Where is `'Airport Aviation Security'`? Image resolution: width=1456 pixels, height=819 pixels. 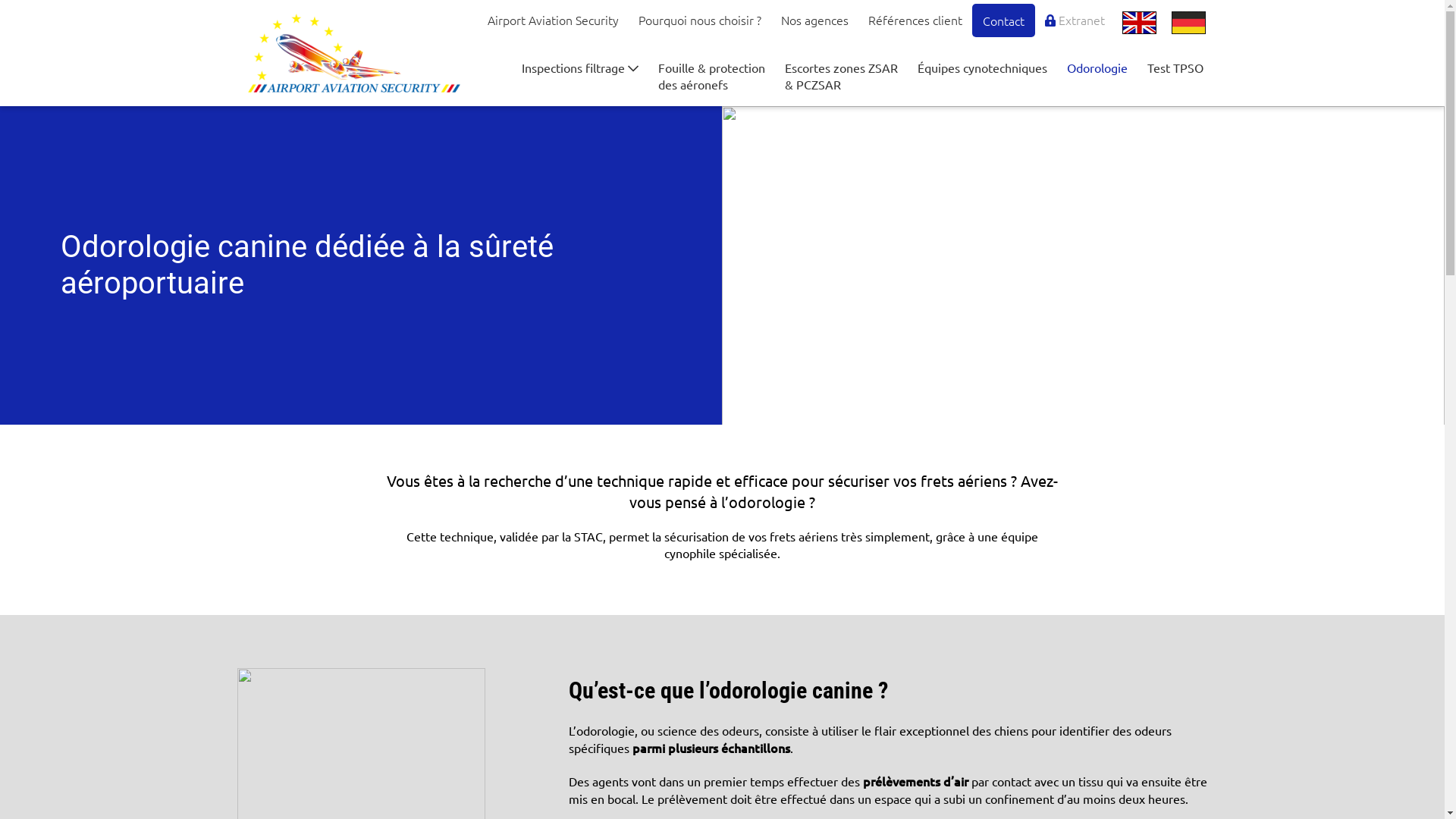
'Airport Aviation Security' is located at coordinates (552, 20).